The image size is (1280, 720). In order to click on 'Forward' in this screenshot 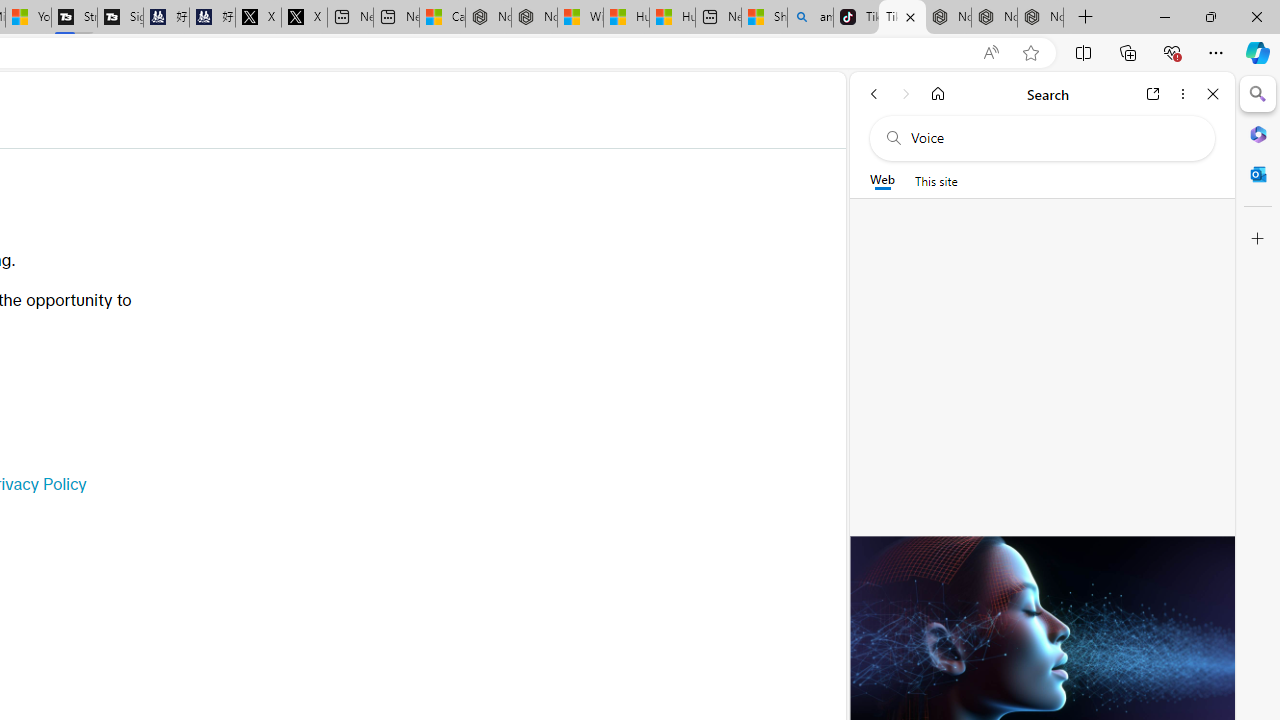, I will do `click(905, 93)`.